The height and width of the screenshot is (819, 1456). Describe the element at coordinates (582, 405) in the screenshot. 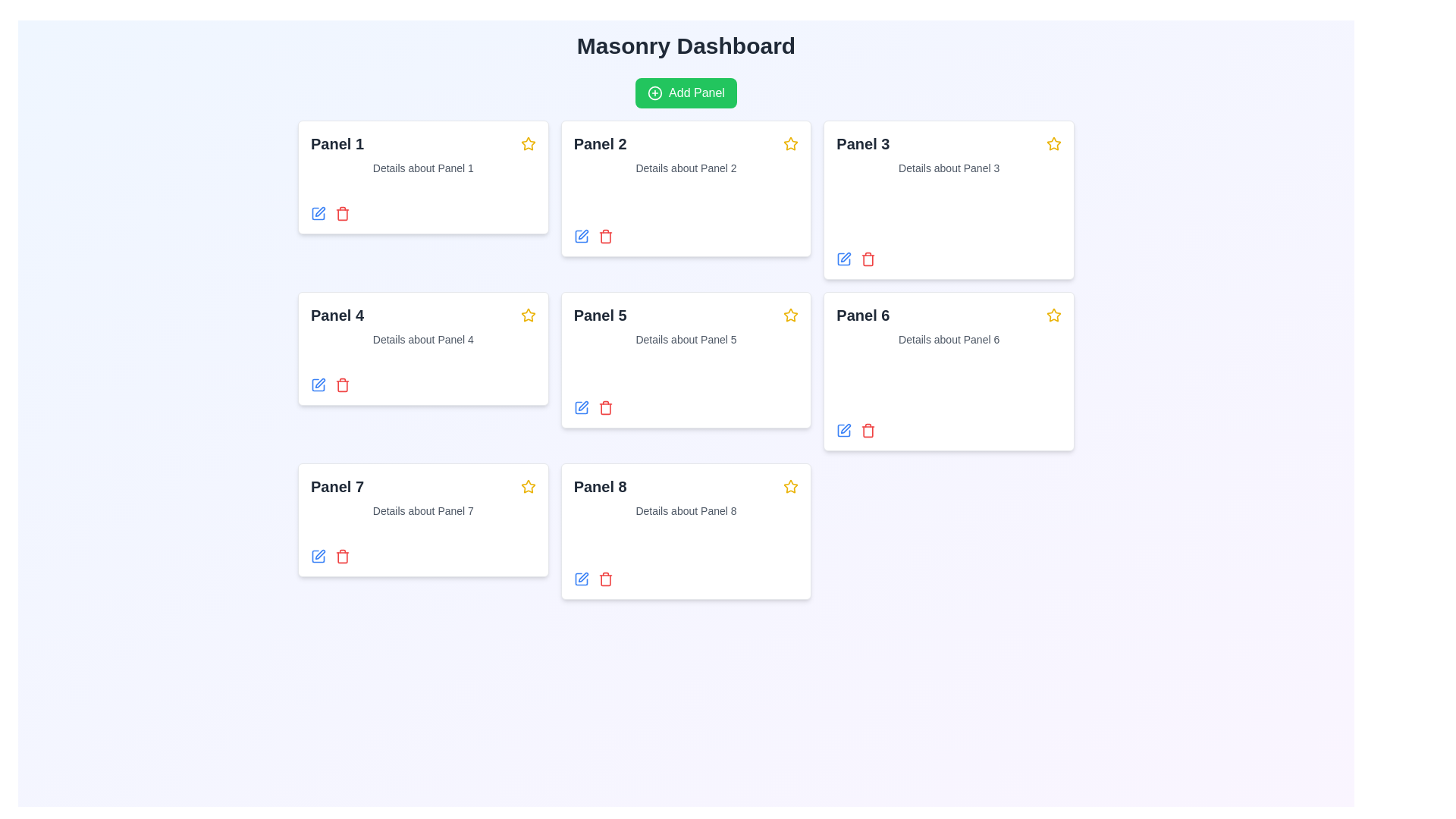

I see `the pen icon located in the bottom-left portion of the panel labeled 'Panel 5'` at that location.